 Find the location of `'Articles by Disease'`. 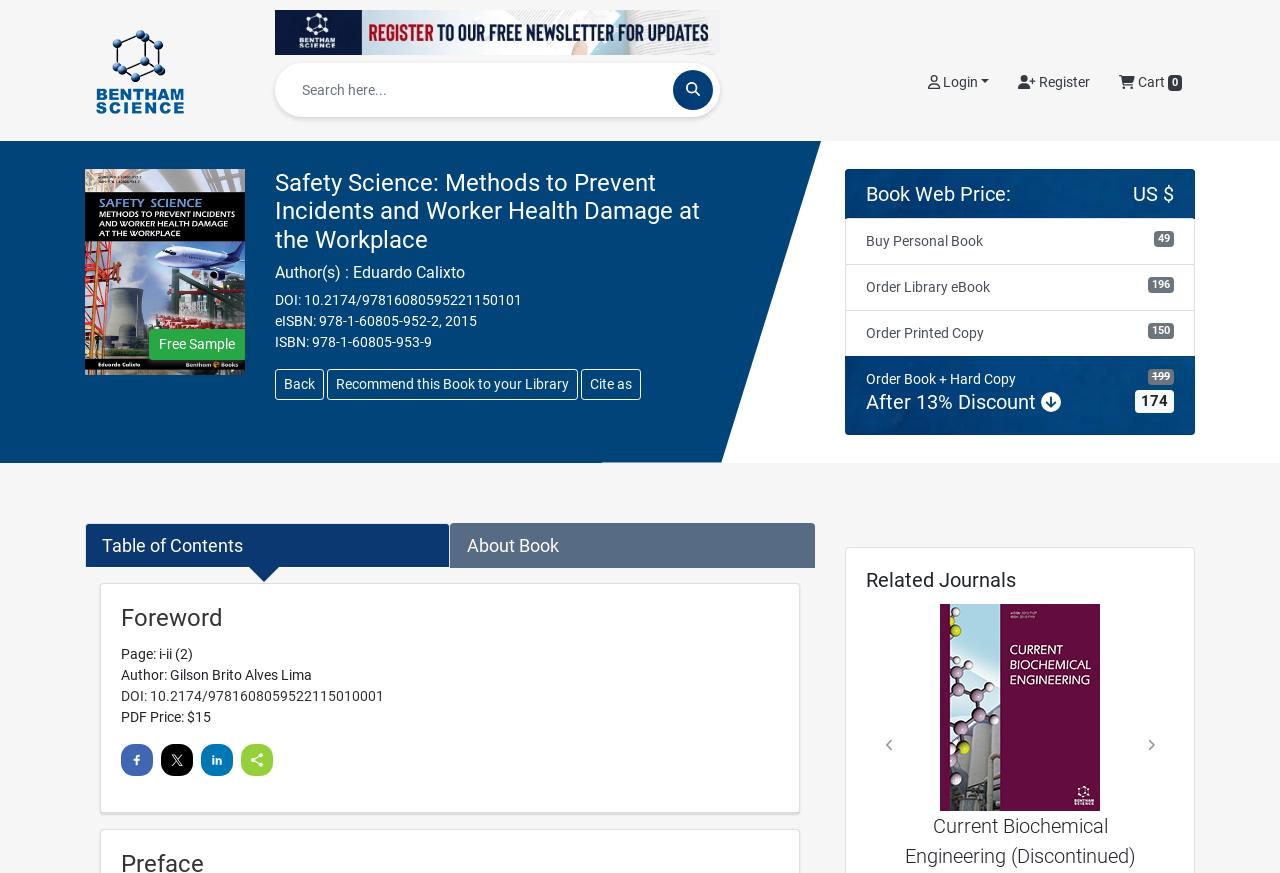

'Articles by Disease' is located at coordinates (737, 23).